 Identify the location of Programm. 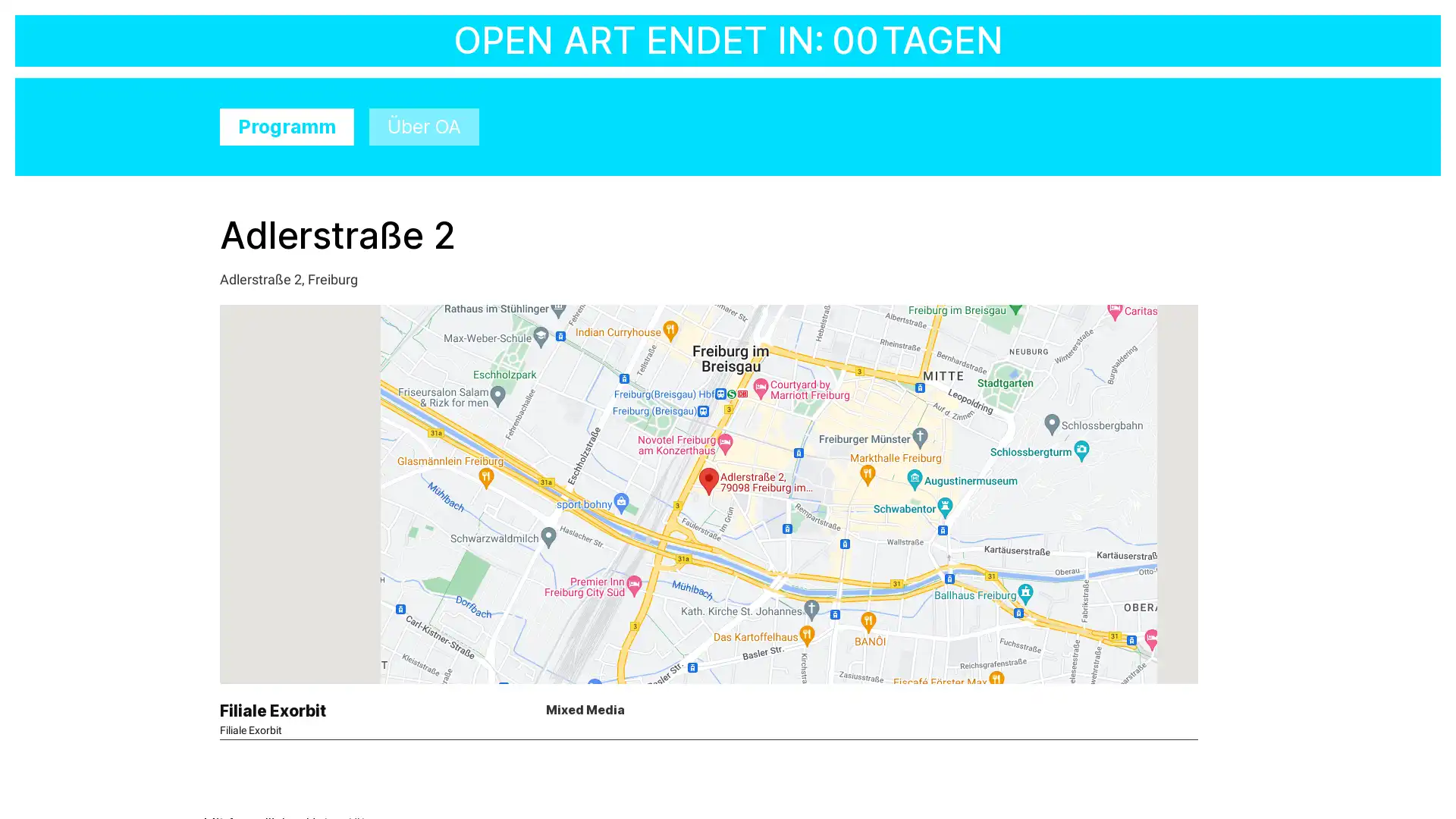
(287, 126).